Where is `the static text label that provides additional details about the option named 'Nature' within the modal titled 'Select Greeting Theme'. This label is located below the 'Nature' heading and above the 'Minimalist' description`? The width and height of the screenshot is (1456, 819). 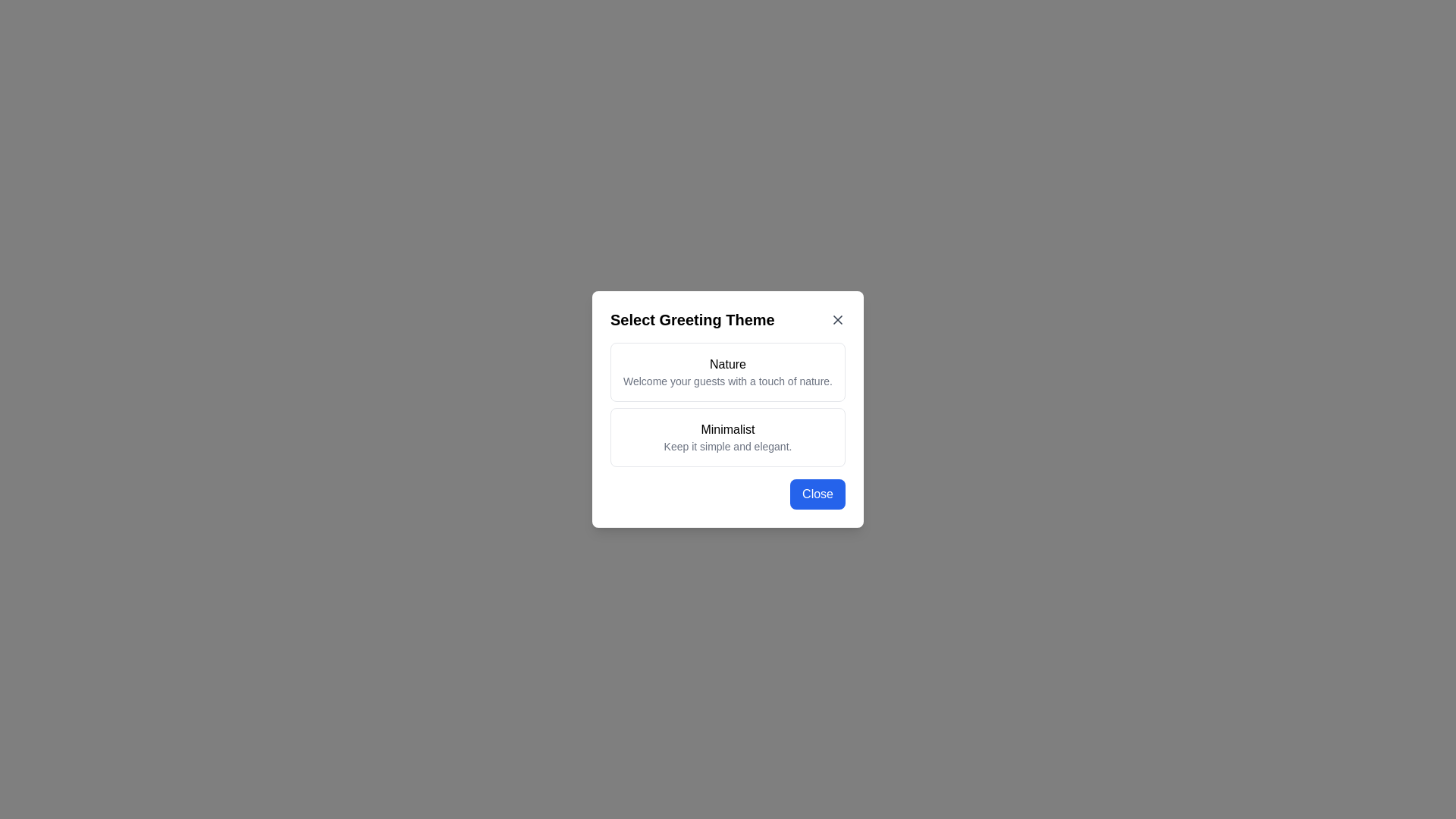 the static text label that provides additional details about the option named 'Nature' within the modal titled 'Select Greeting Theme'. This label is located below the 'Nature' heading and above the 'Minimalist' description is located at coordinates (728, 380).